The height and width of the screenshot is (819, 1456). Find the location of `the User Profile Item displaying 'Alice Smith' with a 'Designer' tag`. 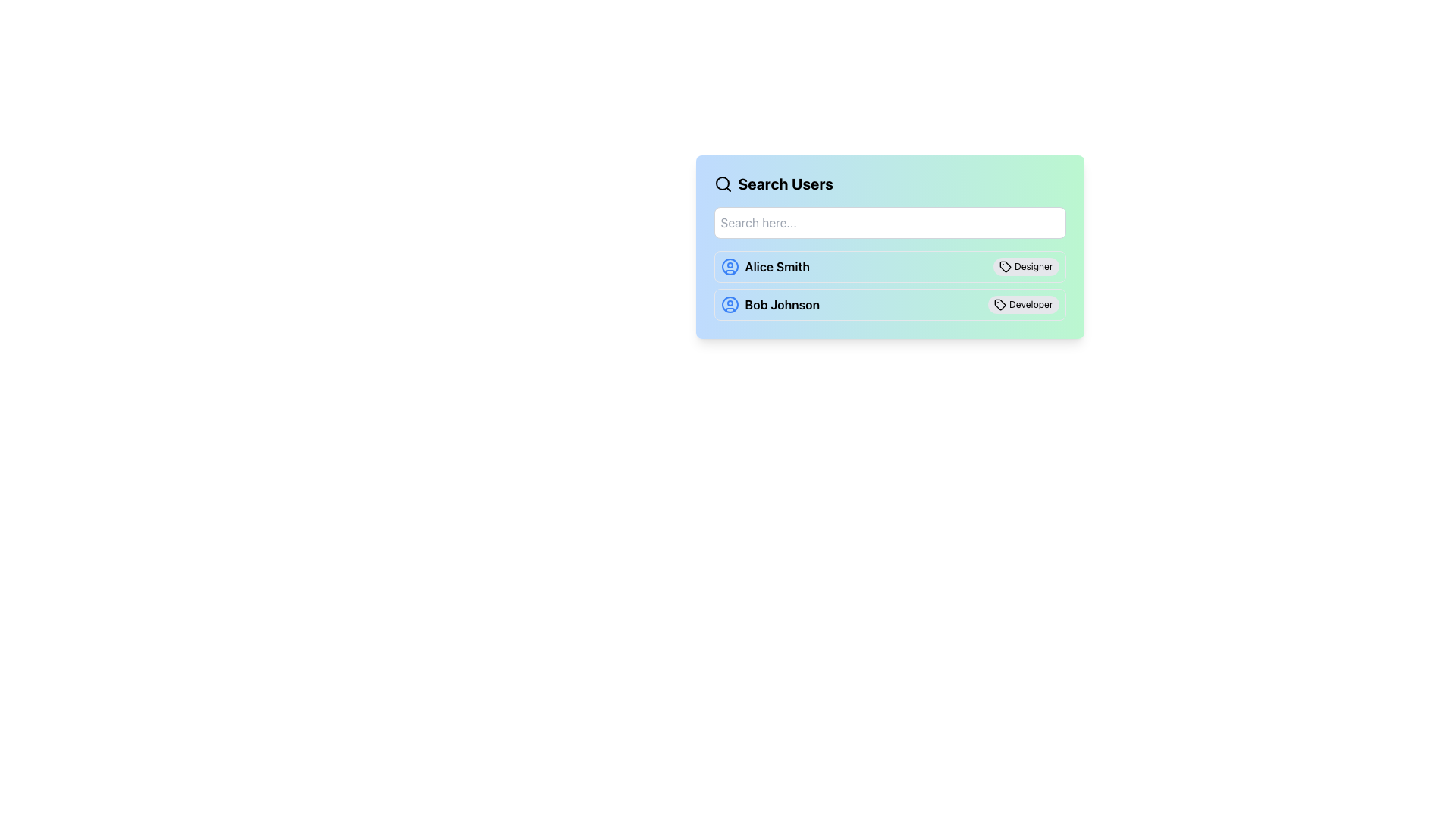

the User Profile Item displaying 'Alice Smith' with a 'Designer' tag is located at coordinates (890, 257).